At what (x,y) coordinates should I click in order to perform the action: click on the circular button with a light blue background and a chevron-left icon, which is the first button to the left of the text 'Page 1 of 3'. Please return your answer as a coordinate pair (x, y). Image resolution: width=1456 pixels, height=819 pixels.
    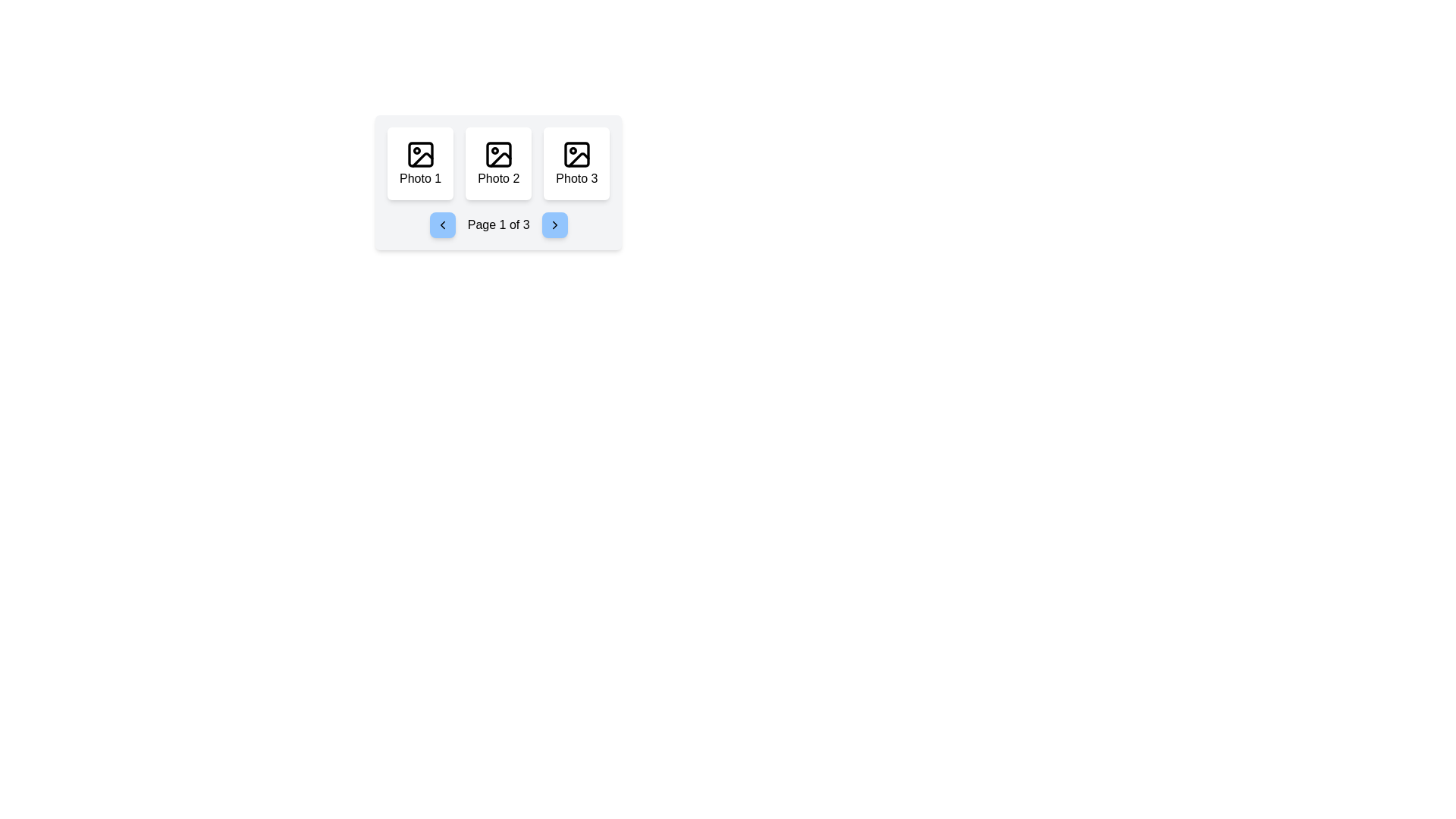
    Looking at the image, I should click on (441, 225).